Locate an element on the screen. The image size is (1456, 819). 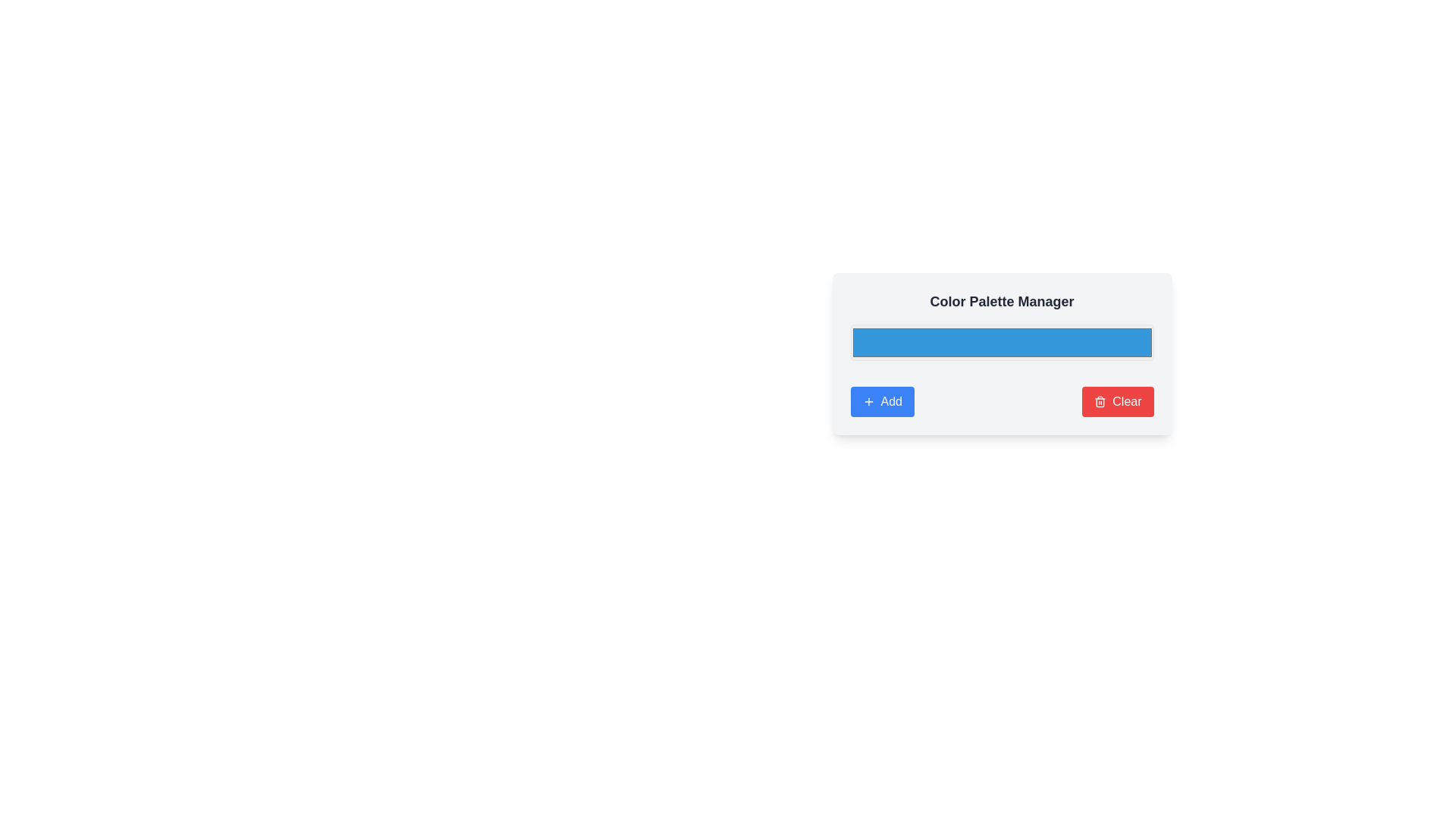
the Text header indicating the purpose of managing a color palette, which is located above the color picker input field and two action buttons labeled Add and Clear is located at coordinates (1002, 301).